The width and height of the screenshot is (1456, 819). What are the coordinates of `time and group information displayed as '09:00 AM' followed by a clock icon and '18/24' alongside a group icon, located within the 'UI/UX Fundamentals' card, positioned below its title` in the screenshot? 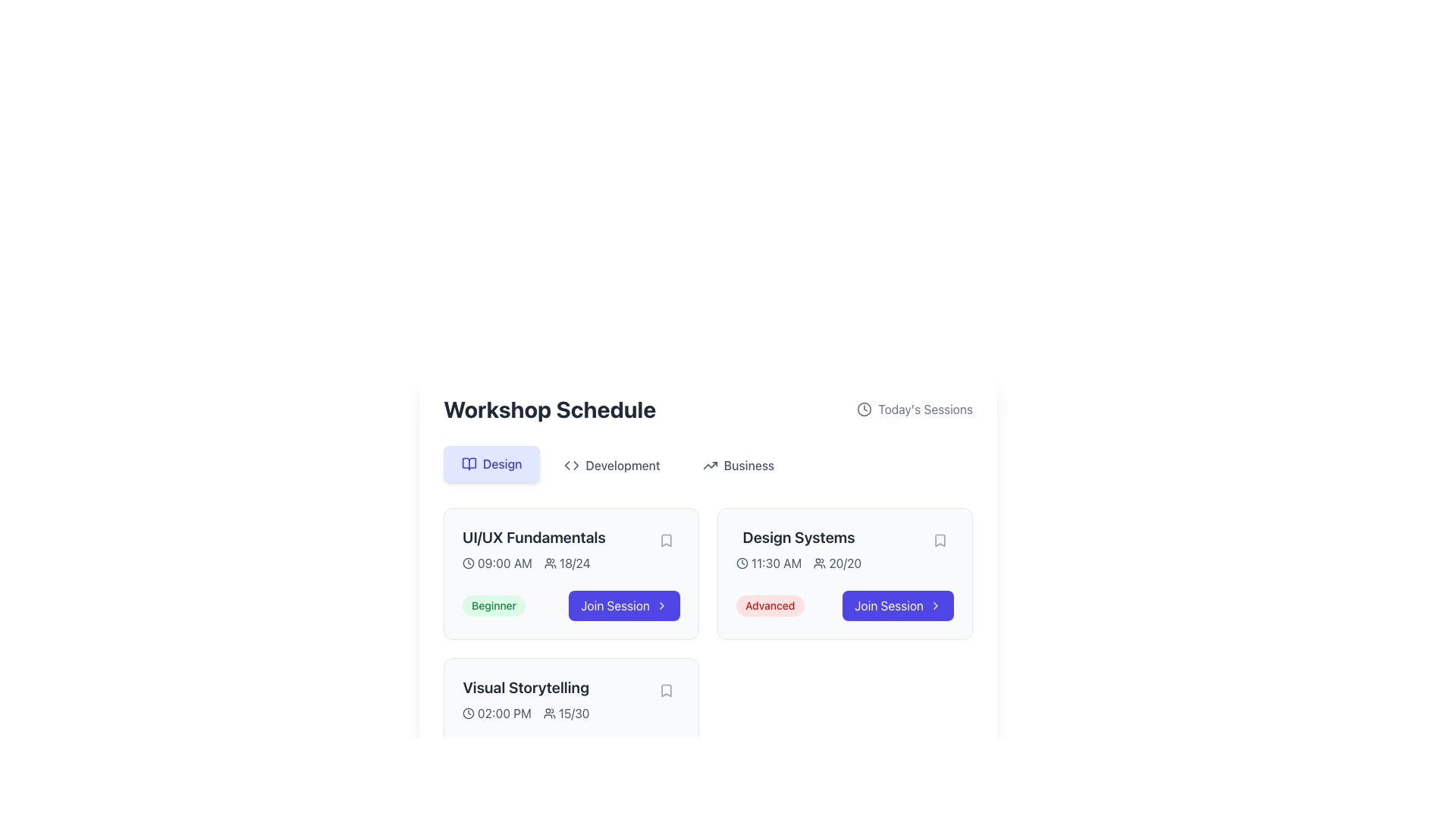 It's located at (534, 563).